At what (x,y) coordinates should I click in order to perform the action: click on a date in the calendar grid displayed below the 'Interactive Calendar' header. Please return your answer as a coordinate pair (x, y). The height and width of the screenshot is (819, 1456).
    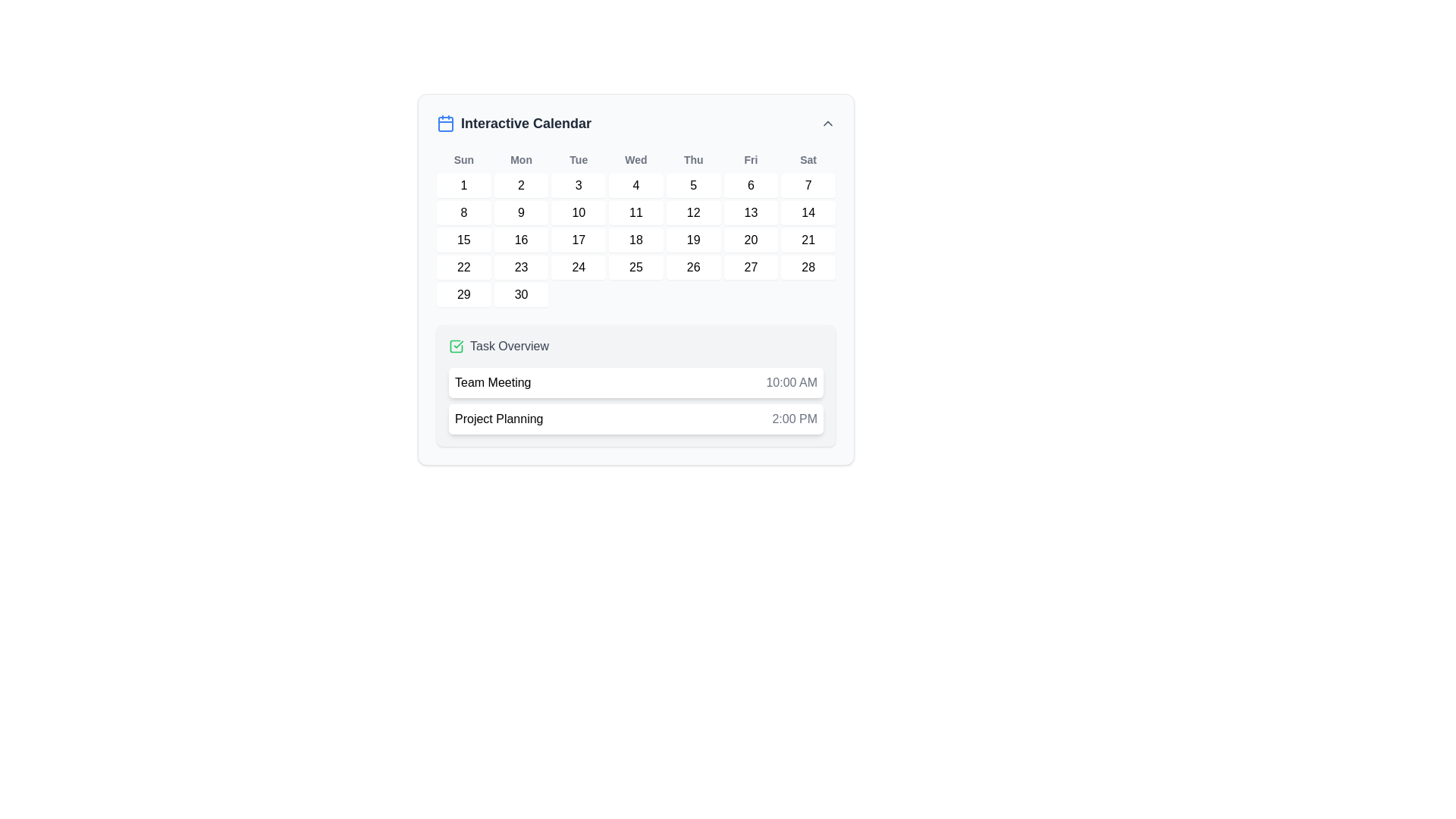
    Looking at the image, I should click on (636, 230).